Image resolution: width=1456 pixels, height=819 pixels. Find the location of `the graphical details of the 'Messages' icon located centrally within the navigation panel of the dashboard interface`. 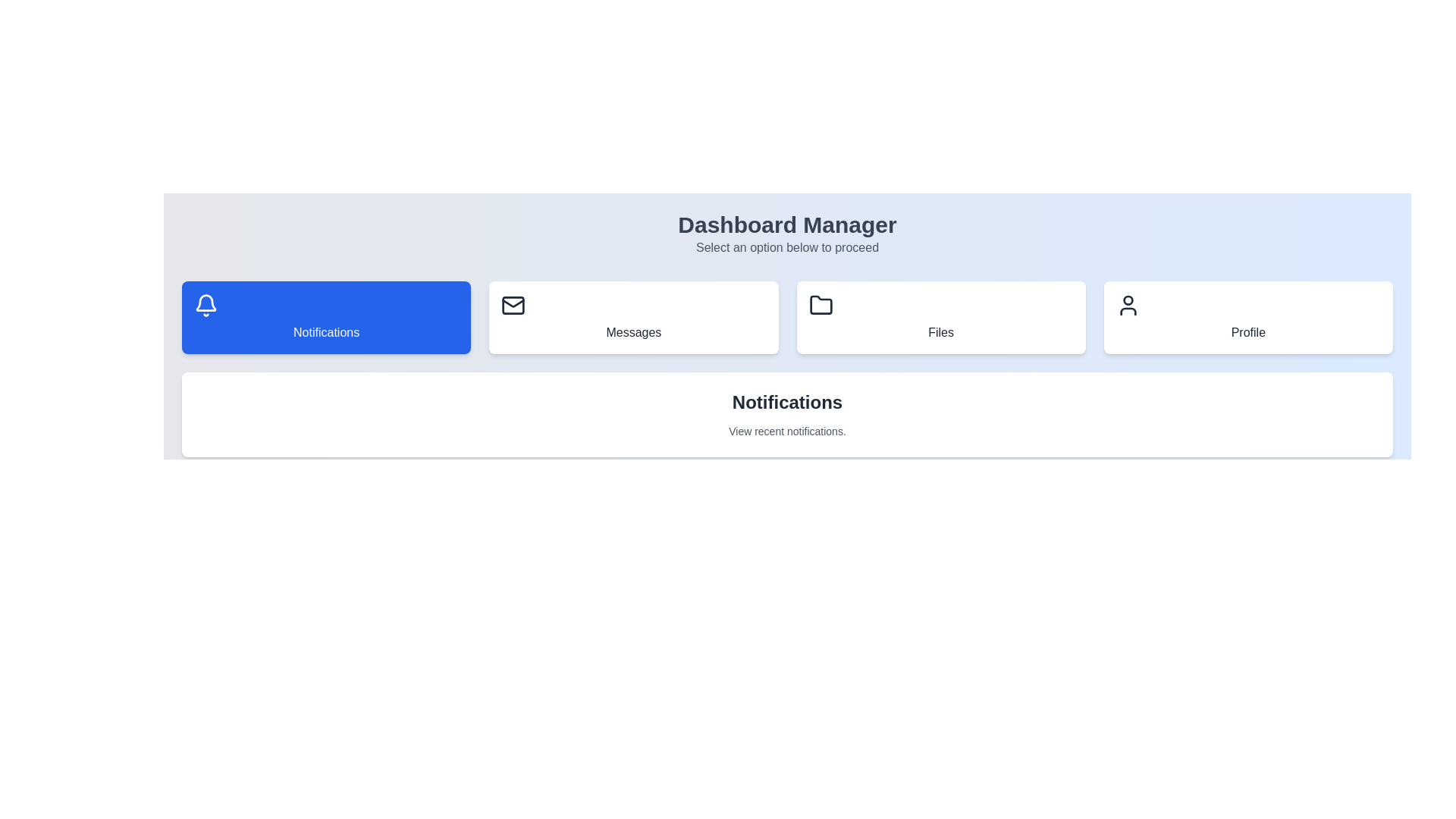

the graphical details of the 'Messages' icon located centrally within the navigation panel of the dashboard interface is located at coordinates (513, 303).